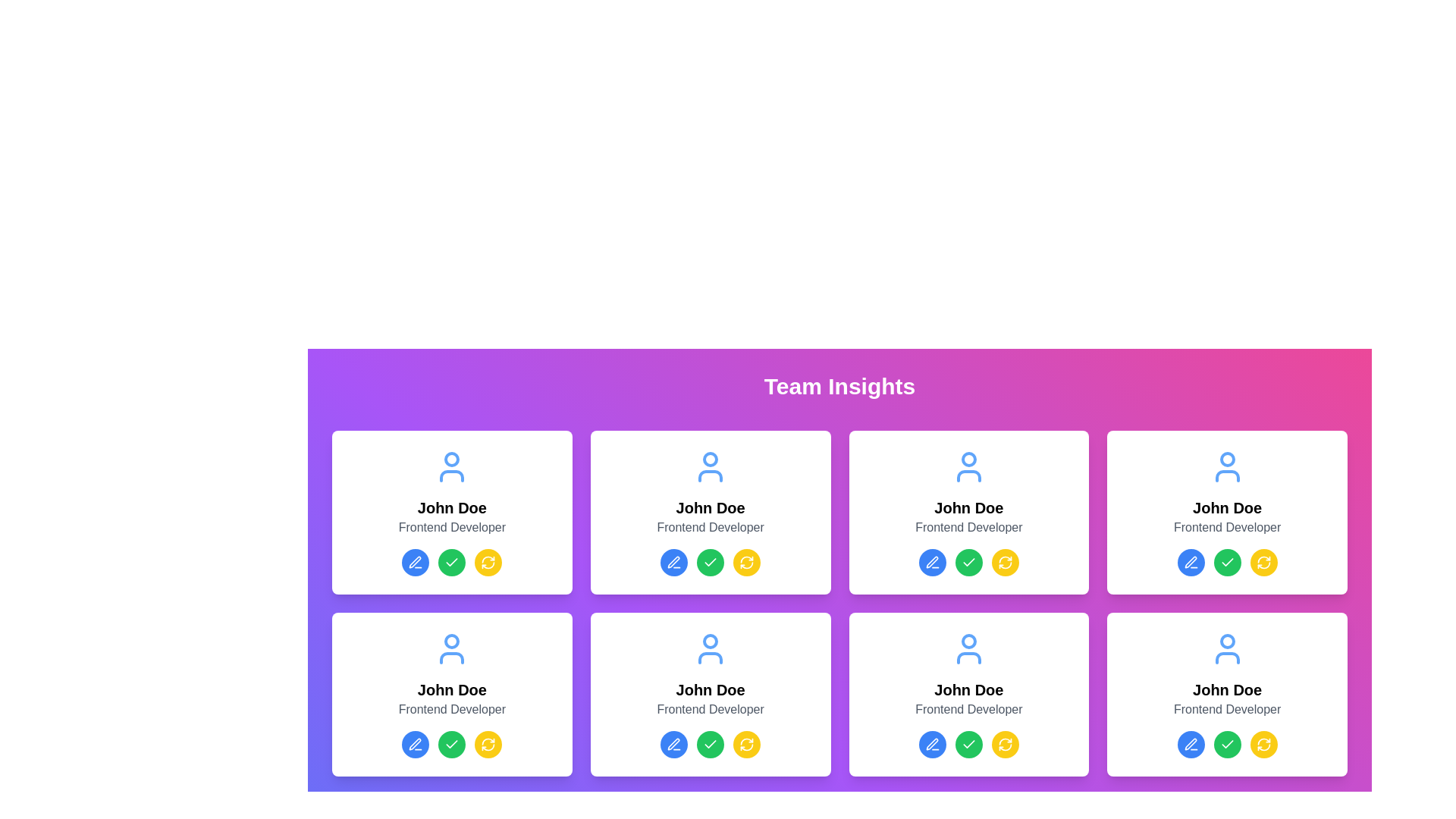 This screenshot has width=1456, height=819. Describe the element at coordinates (968, 641) in the screenshot. I see `the circular graphical component that represents the head of the user icon in the bottom-right card of the grid under the 'Team Insights' header` at that location.